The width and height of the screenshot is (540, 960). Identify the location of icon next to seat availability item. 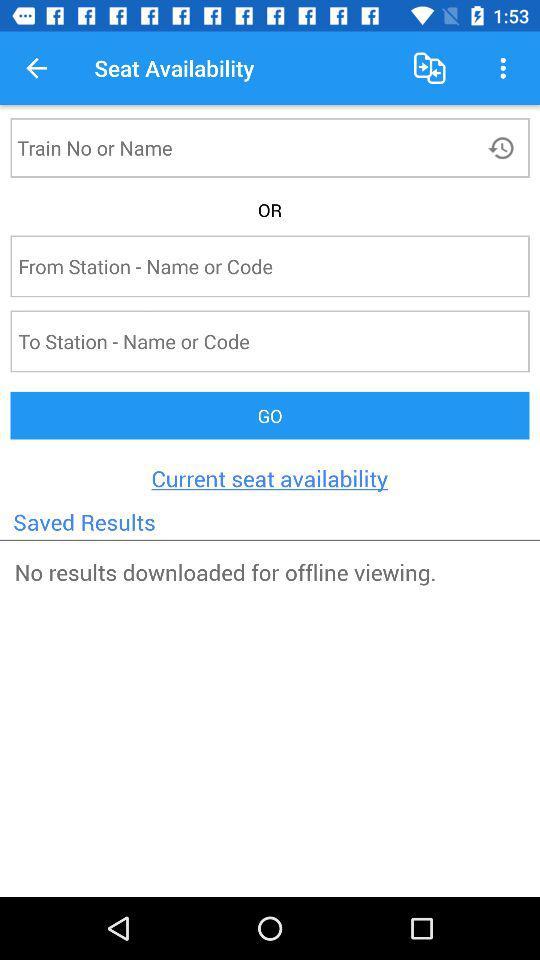
(36, 68).